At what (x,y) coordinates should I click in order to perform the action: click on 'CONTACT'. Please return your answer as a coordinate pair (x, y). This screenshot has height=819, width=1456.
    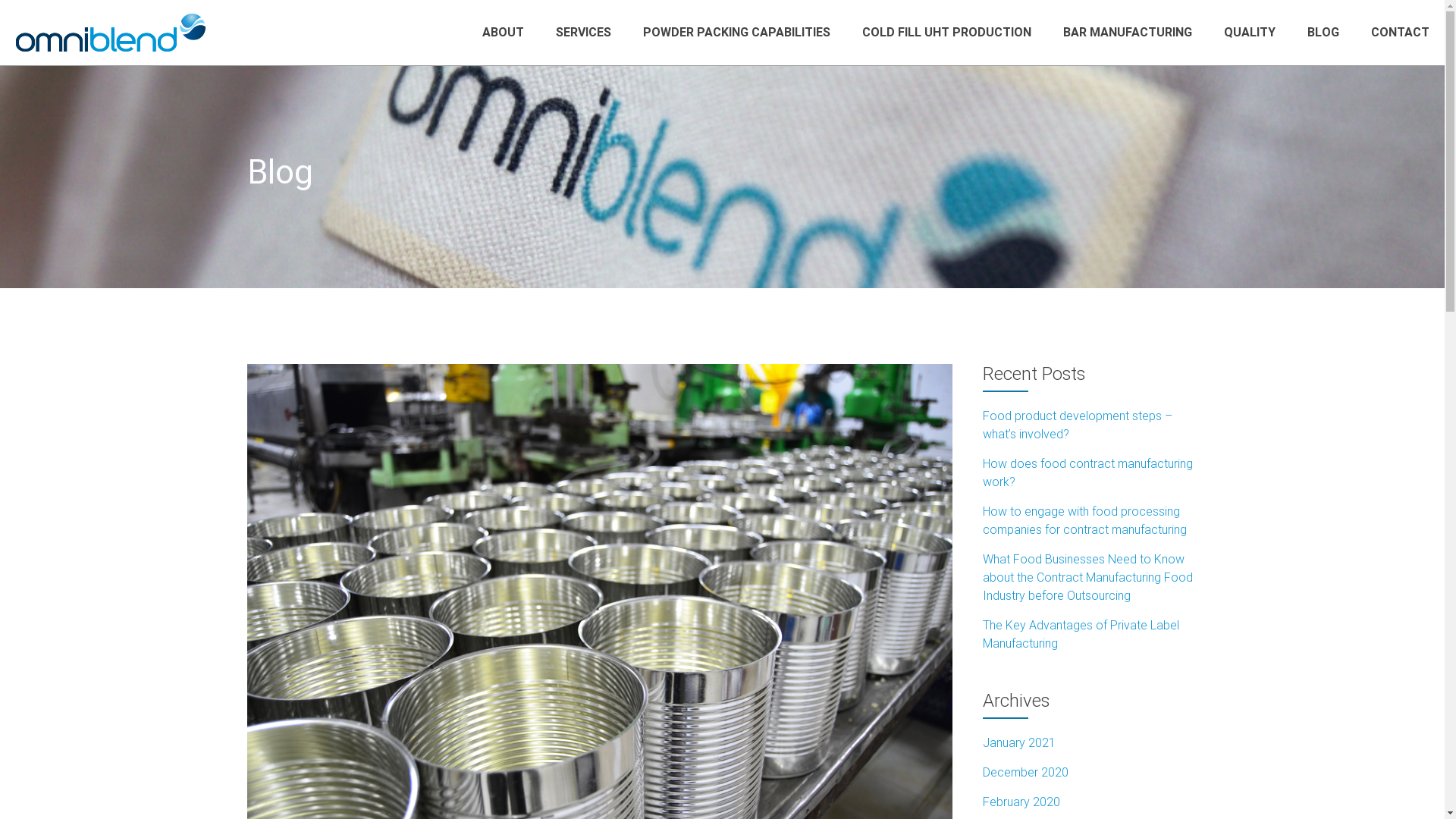
    Looking at the image, I should click on (1399, 32).